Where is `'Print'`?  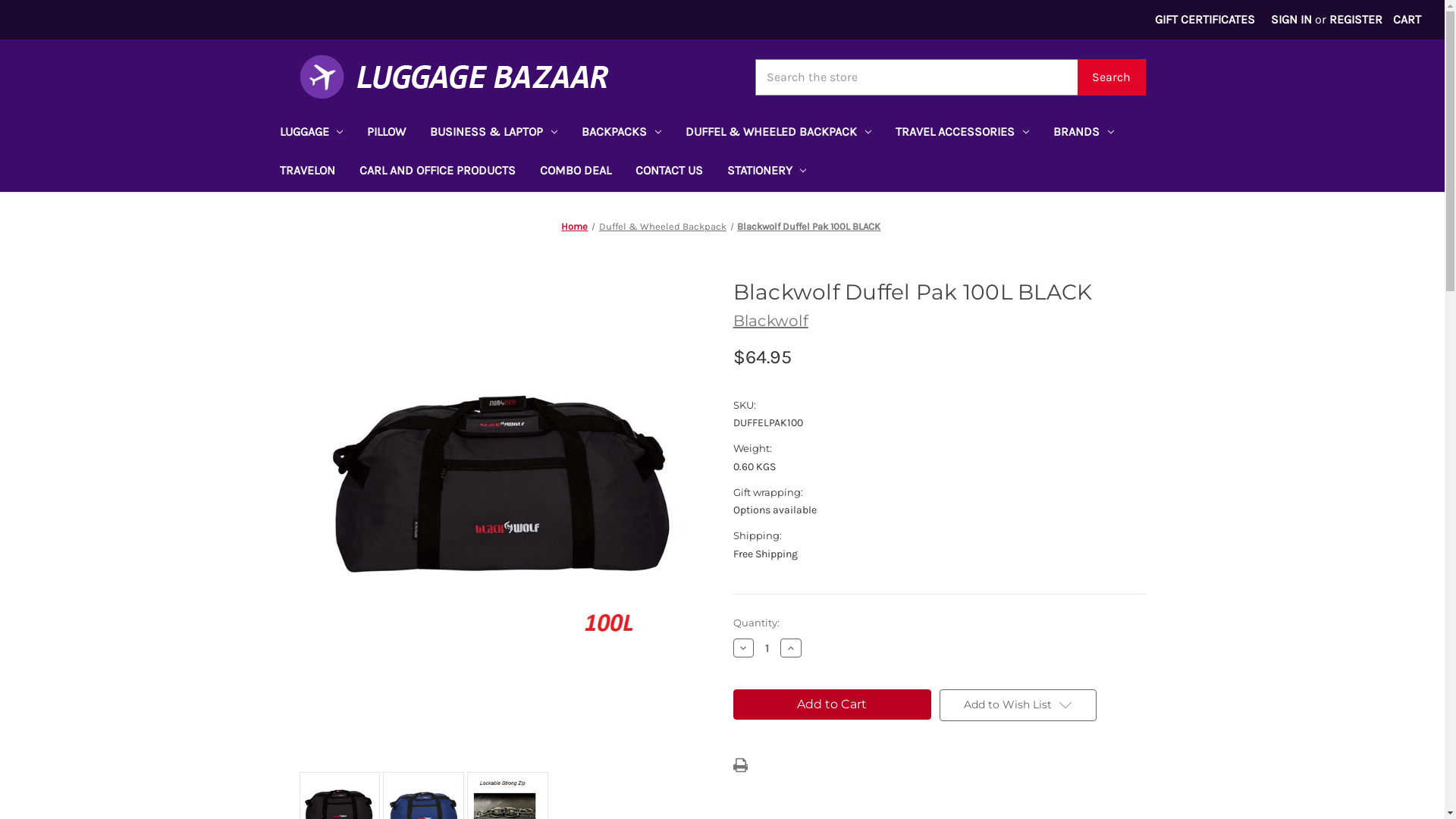
'Print' is located at coordinates (739, 765).